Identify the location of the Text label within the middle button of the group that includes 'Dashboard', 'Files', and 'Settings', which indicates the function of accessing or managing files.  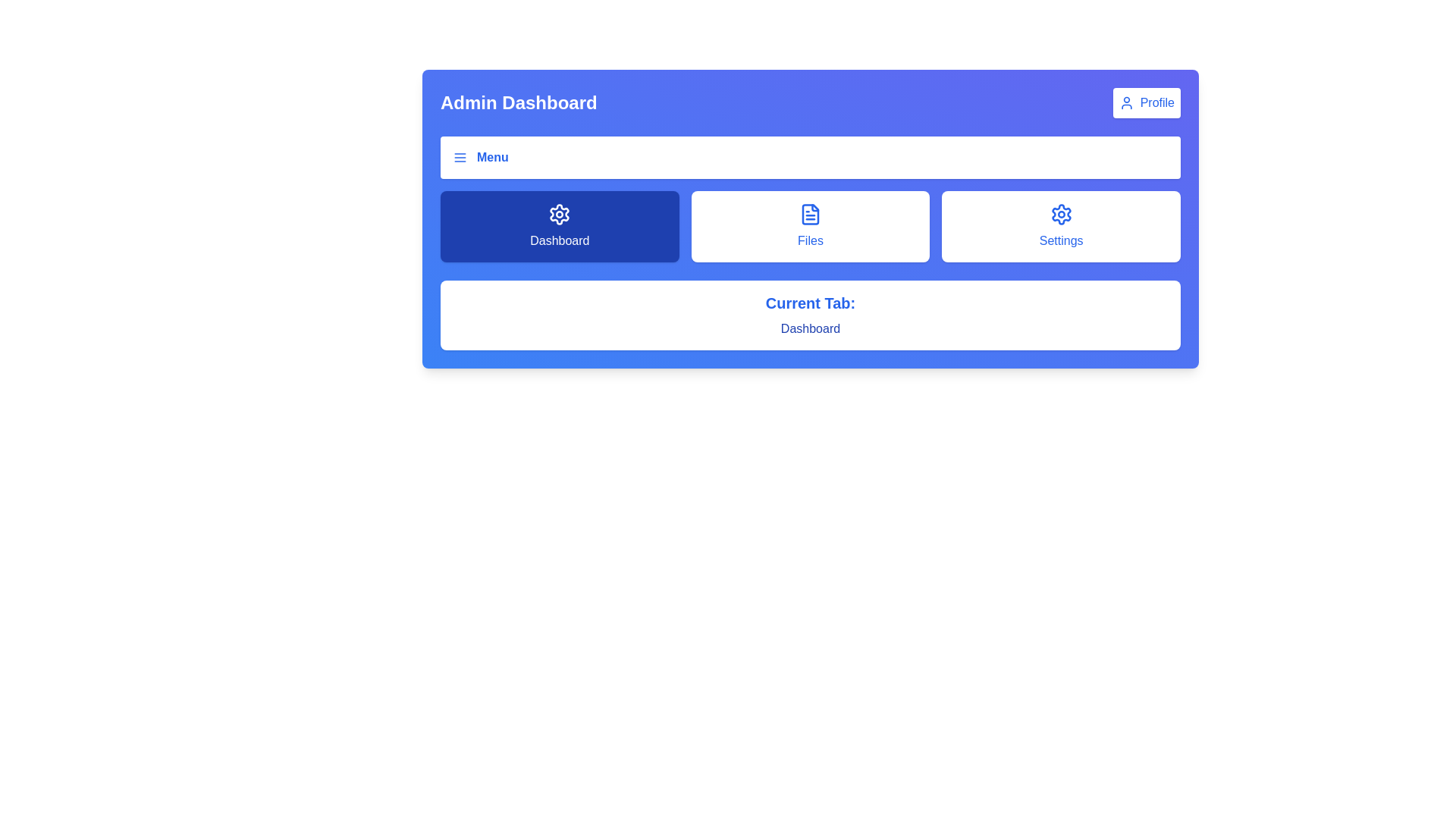
(810, 240).